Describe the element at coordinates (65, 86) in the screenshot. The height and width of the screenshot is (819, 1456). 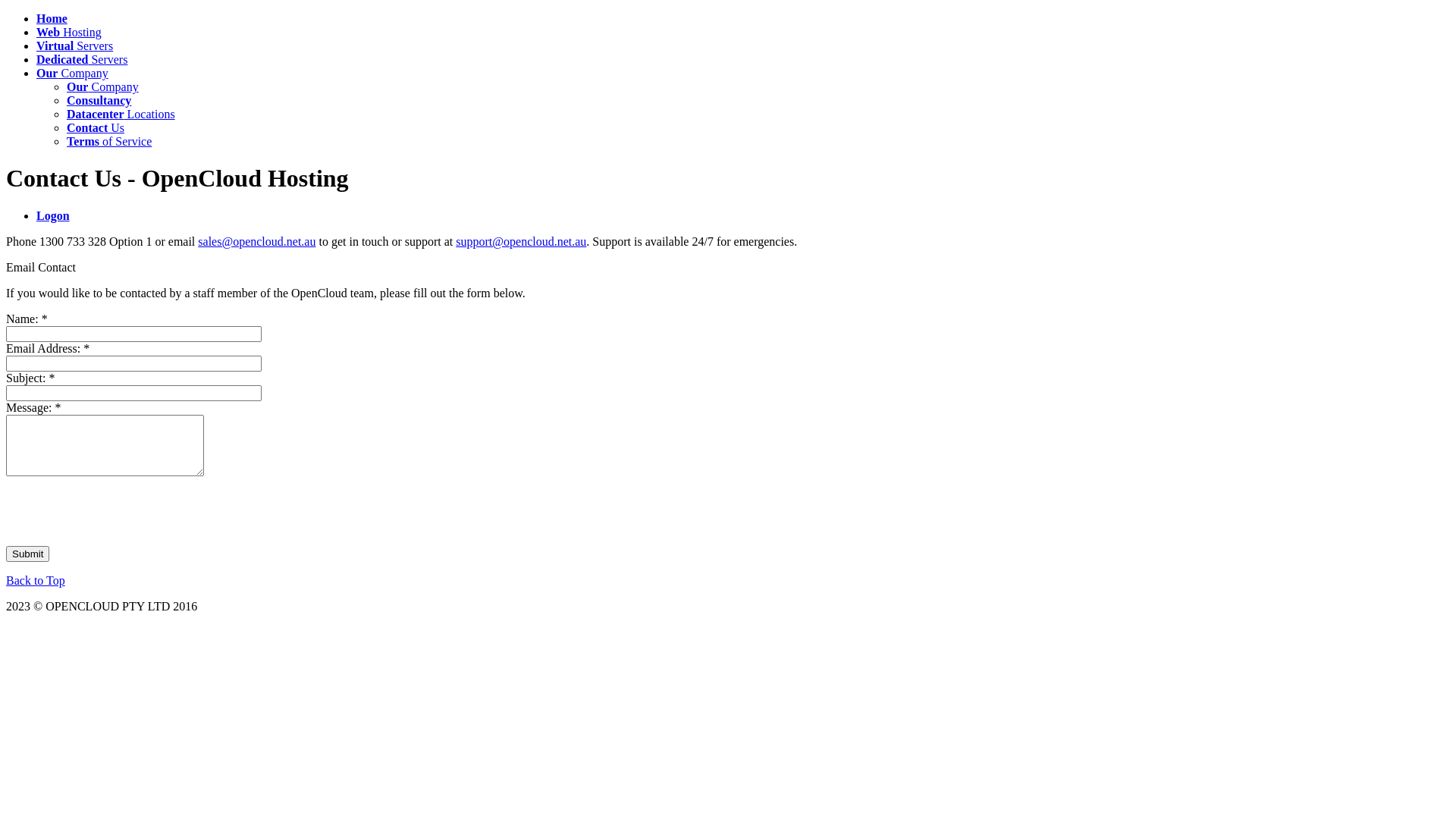
I see `'Our Company'` at that location.